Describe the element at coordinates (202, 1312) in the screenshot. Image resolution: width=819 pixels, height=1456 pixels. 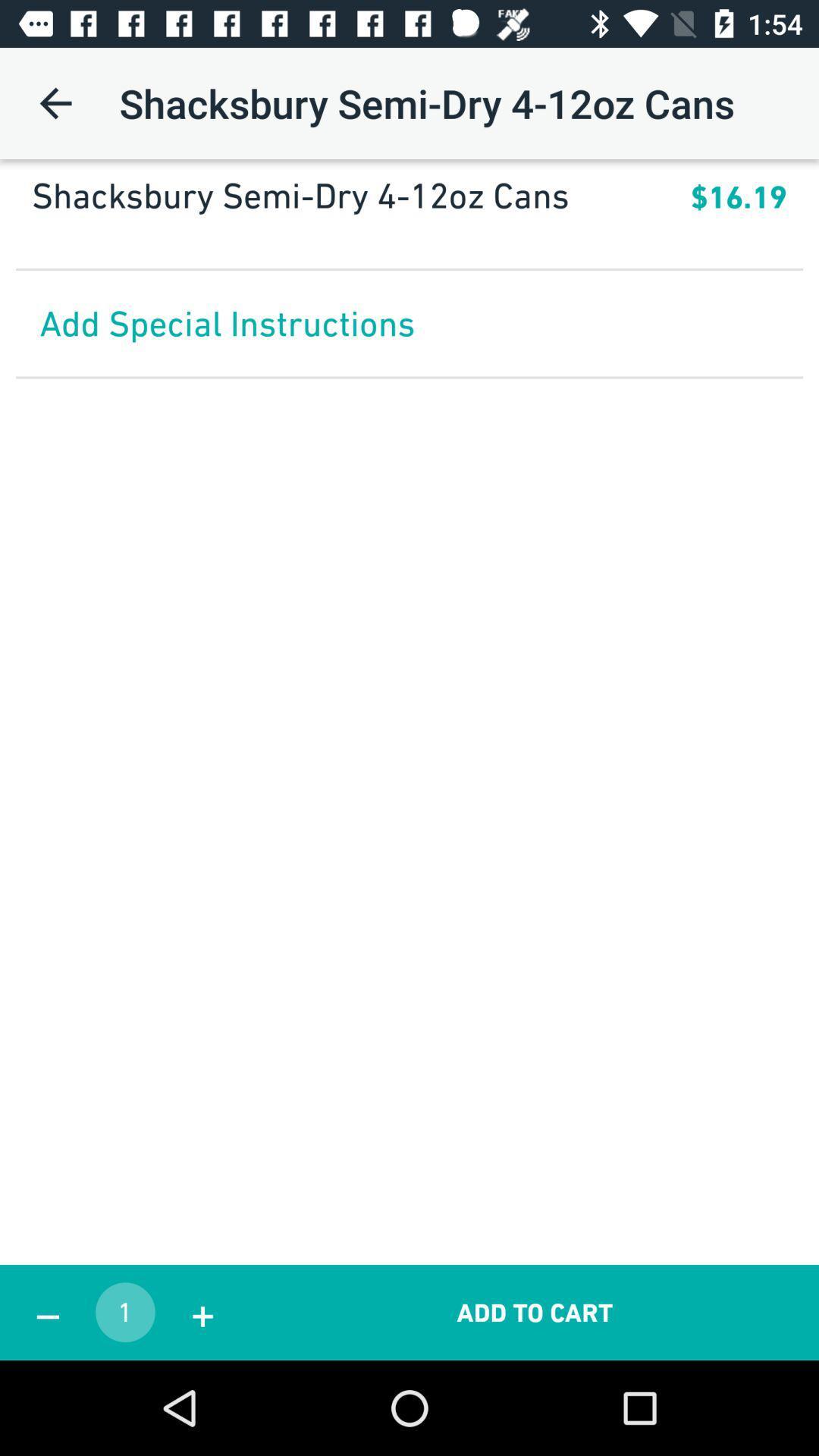
I see `the icon to the left of the add to cart icon` at that location.